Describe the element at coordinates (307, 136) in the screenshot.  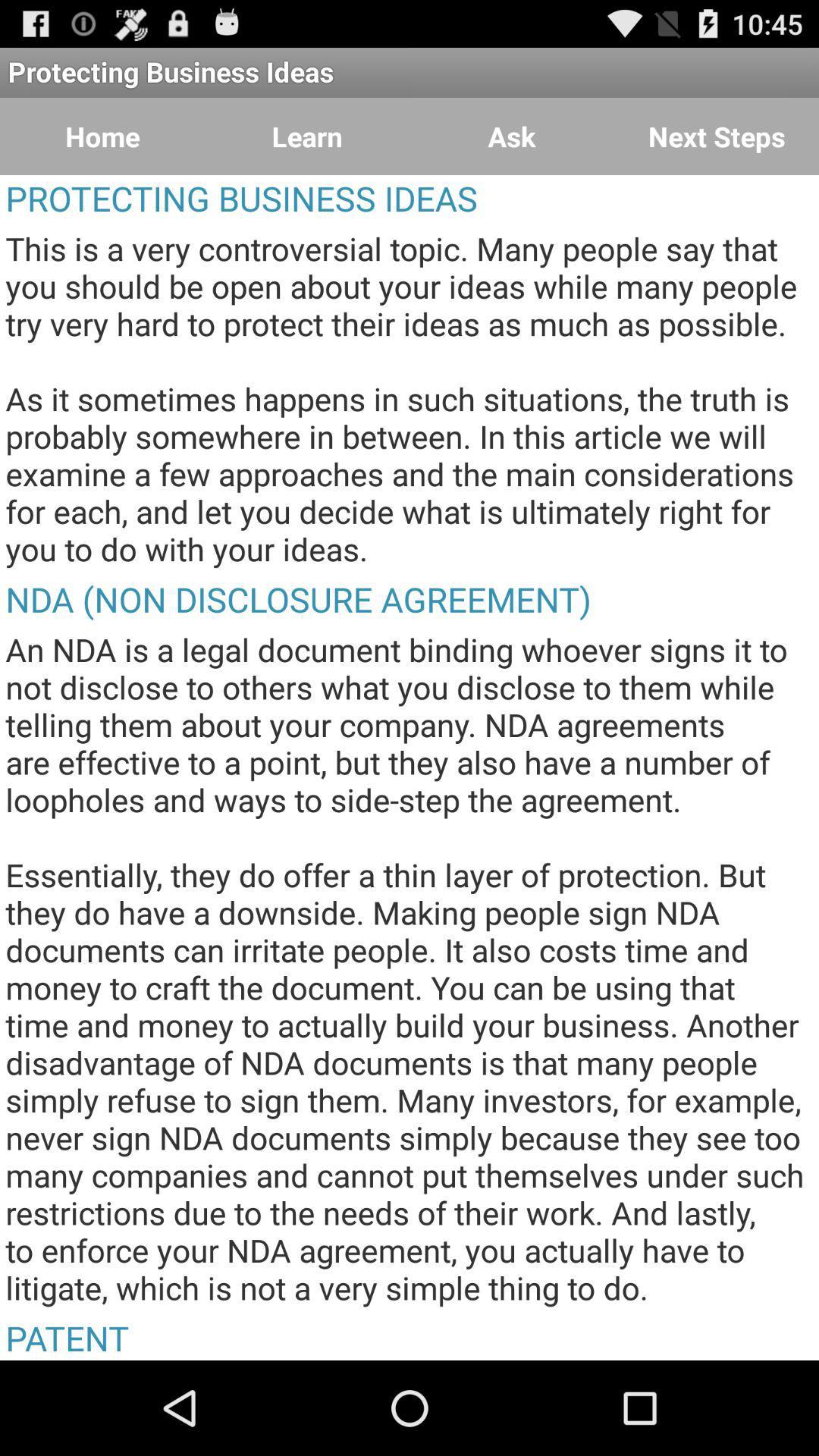
I see `learn button` at that location.